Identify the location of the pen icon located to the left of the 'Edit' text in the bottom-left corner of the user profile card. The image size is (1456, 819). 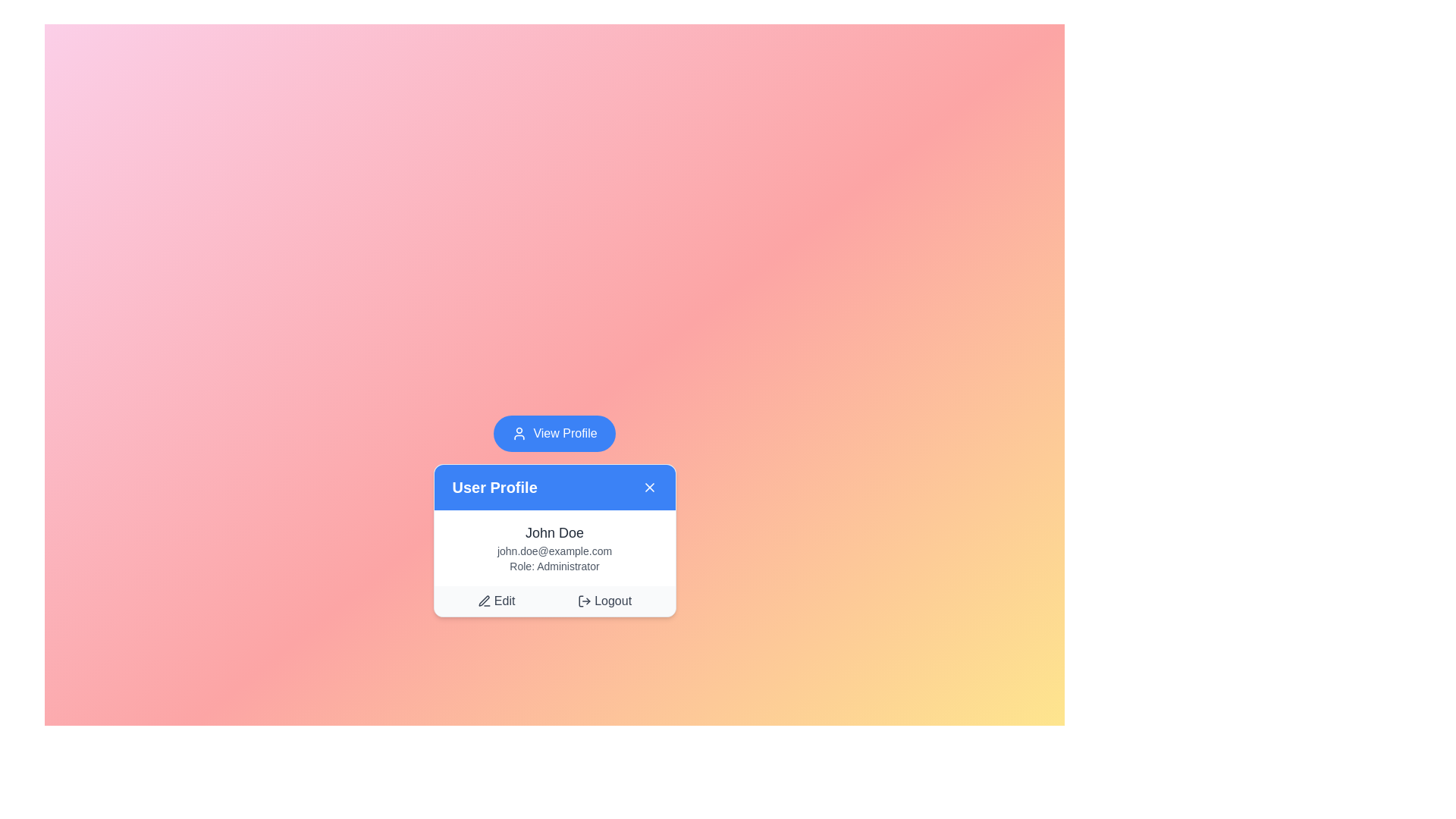
(483, 601).